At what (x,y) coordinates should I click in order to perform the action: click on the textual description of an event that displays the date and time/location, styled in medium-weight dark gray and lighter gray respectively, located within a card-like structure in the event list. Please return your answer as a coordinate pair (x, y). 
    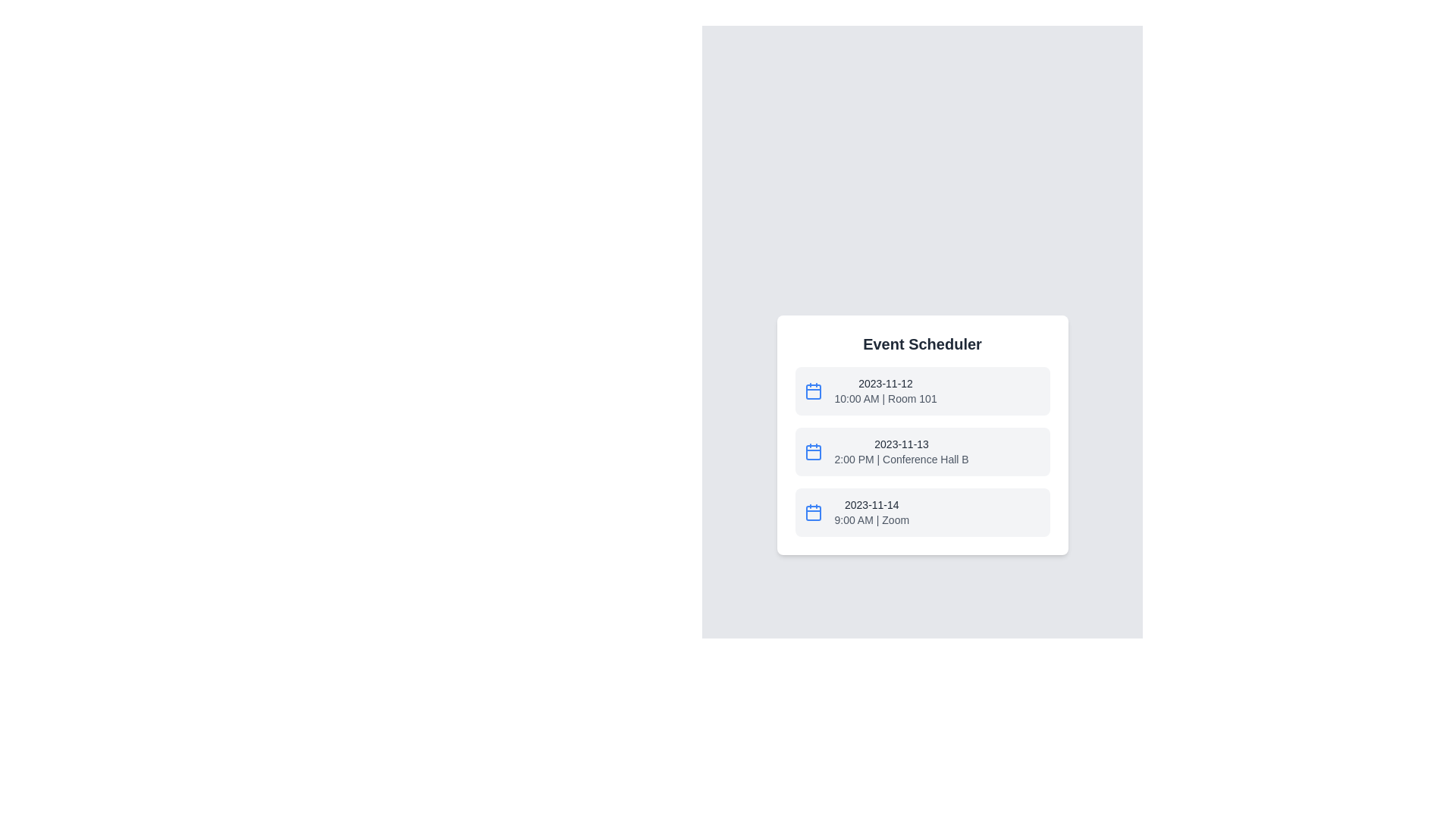
    Looking at the image, I should click on (902, 451).